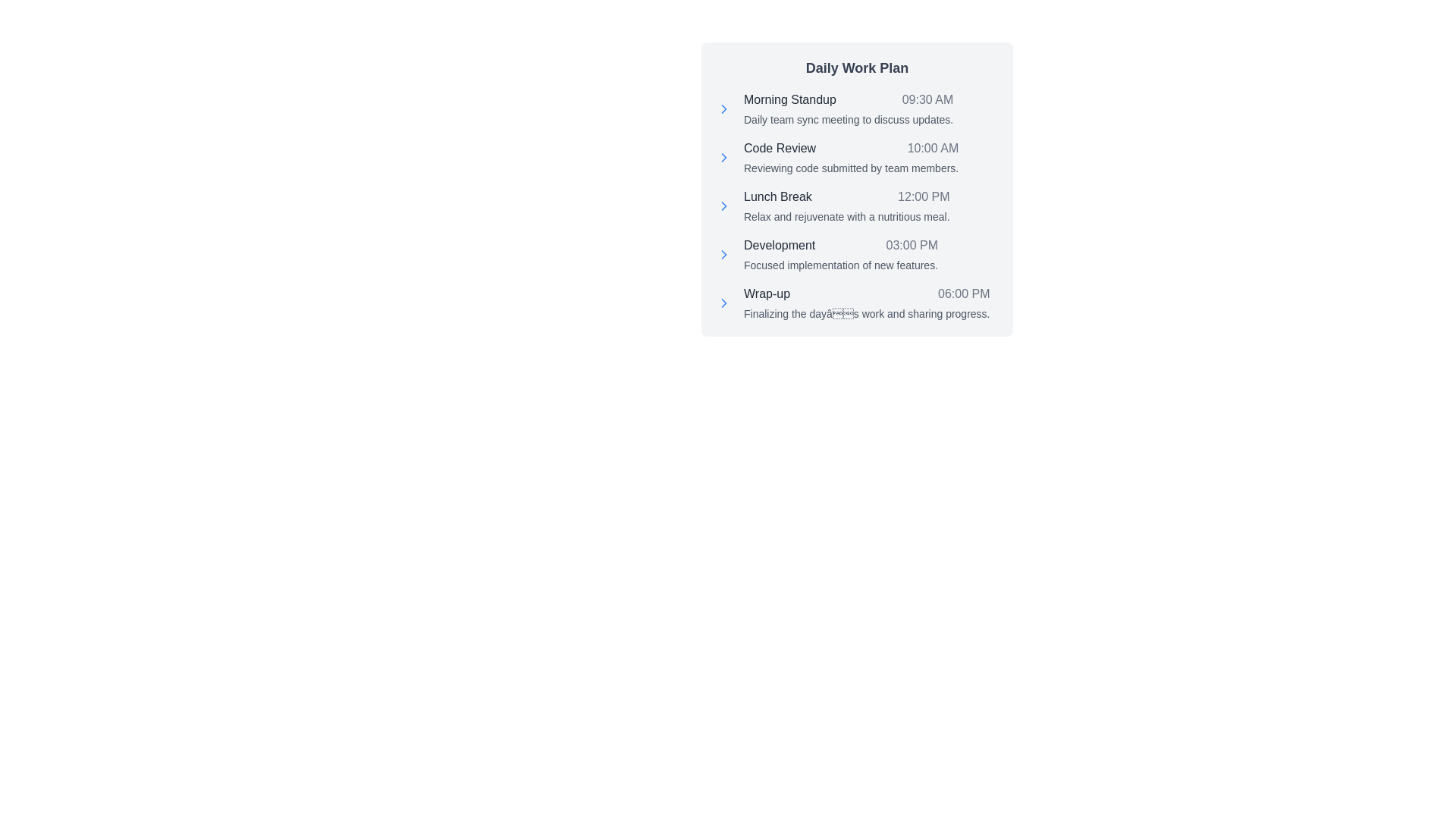 The height and width of the screenshot is (819, 1456). Describe the element at coordinates (839, 253) in the screenshot. I see `the third list item in the 'Daily Work Plan' section titled 'Development' which occurs at '03:00 PM' and describes 'Focused implementation of new features.'` at that location.